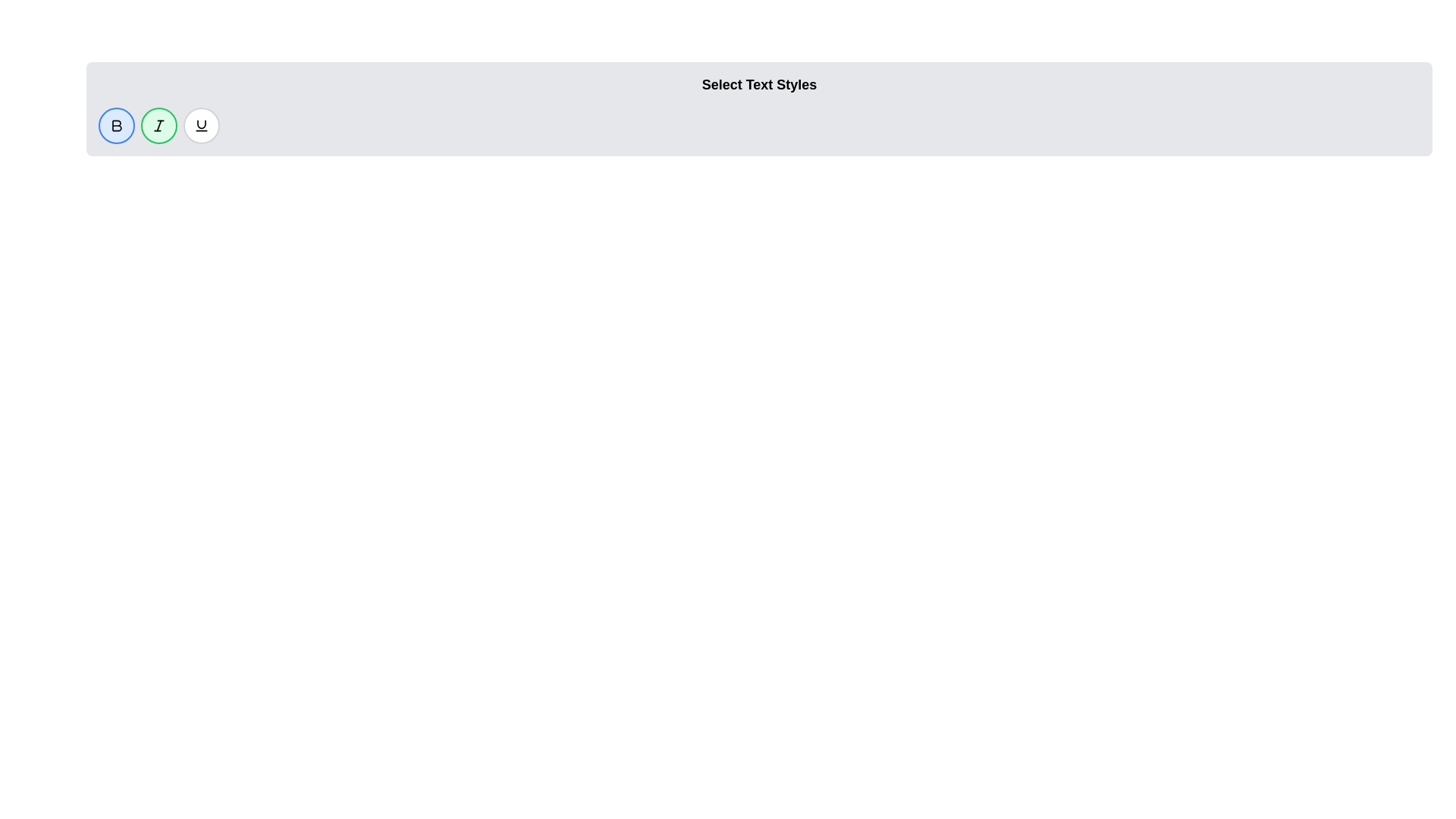 The width and height of the screenshot is (1456, 819). What do you see at coordinates (200, 124) in the screenshot?
I see `the circular button with a white background and light gray border that contains an underlined capital letter 'U' to apply underline formatting` at bounding box center [200, 124].